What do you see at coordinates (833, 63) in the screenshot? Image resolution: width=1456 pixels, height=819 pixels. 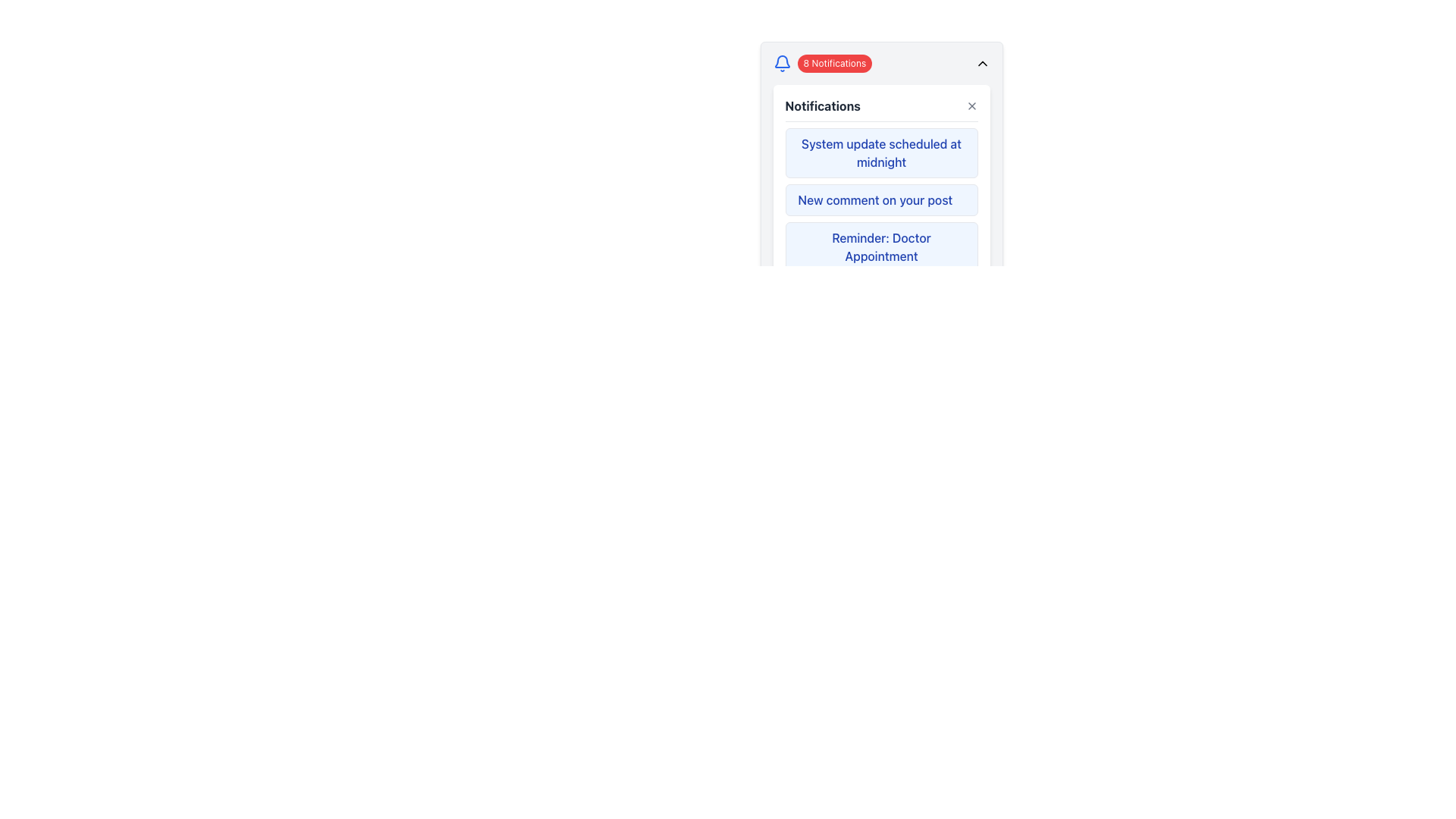 I see `the Notification Badge with red background and '8 Notifications' text, located to the right of the blue notification bell icon` at bounding box center [833, 63].